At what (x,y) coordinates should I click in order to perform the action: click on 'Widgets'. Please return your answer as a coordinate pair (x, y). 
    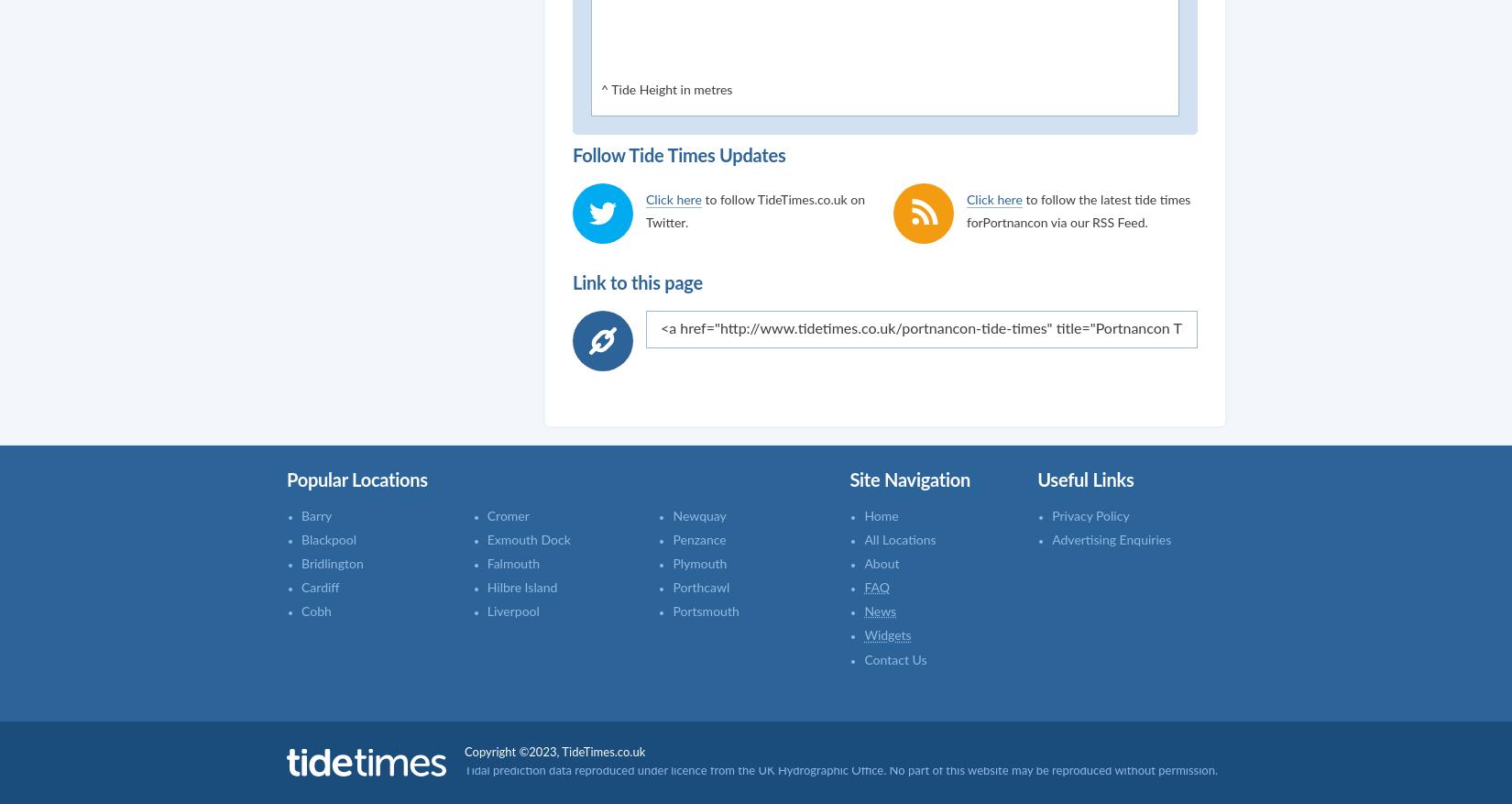
    Looking at the image, I should click on (863, 634).